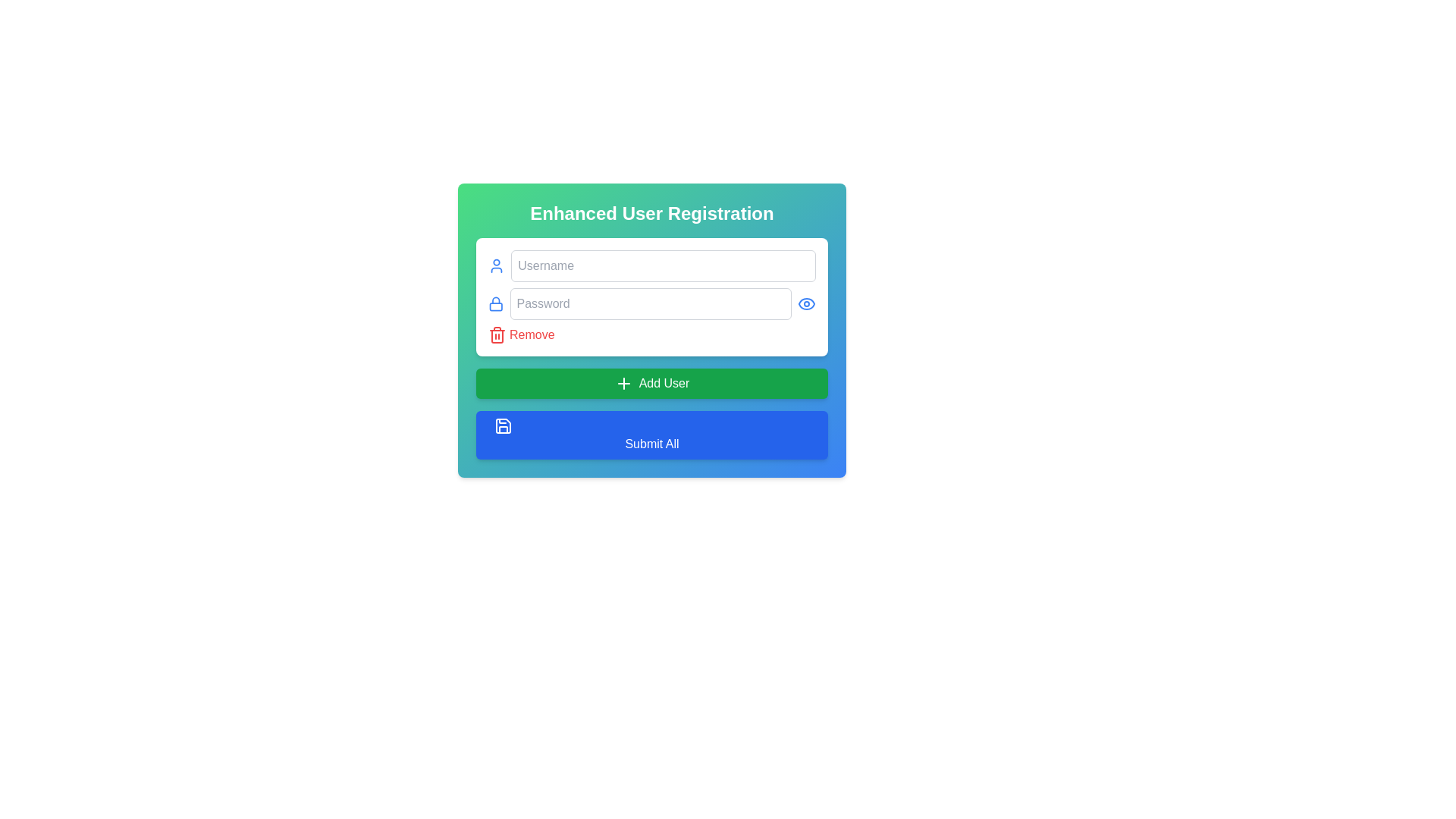 This screenshot has height=819, width=1456. Describe the element at coordinates (651, 435) in the screenshot. I see `the wide rectangular blue button labeled 'Submit All' with a save icon` at that location.